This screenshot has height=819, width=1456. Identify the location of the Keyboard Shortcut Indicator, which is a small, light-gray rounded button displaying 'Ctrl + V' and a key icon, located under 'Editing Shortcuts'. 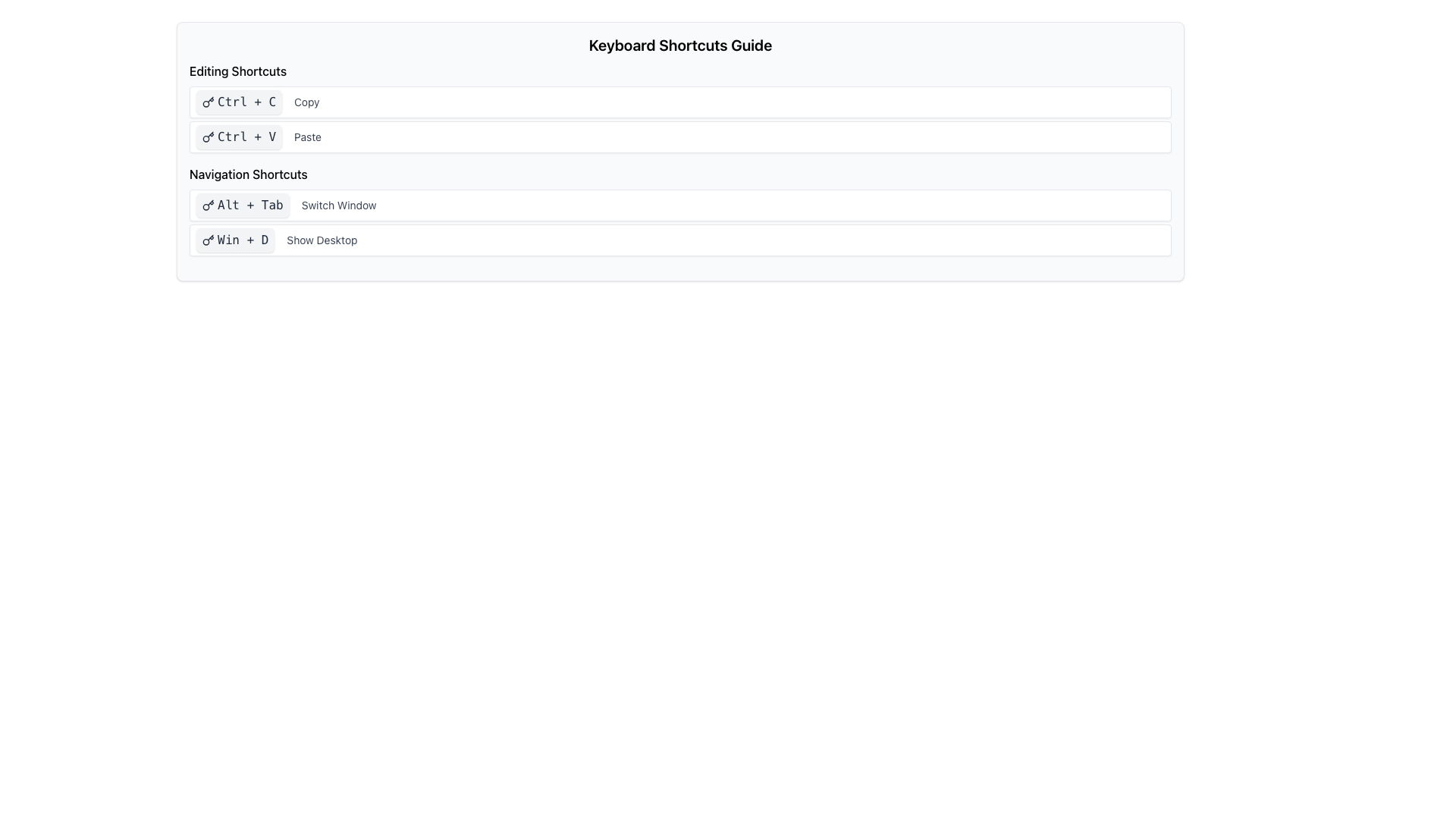
(238, 137).